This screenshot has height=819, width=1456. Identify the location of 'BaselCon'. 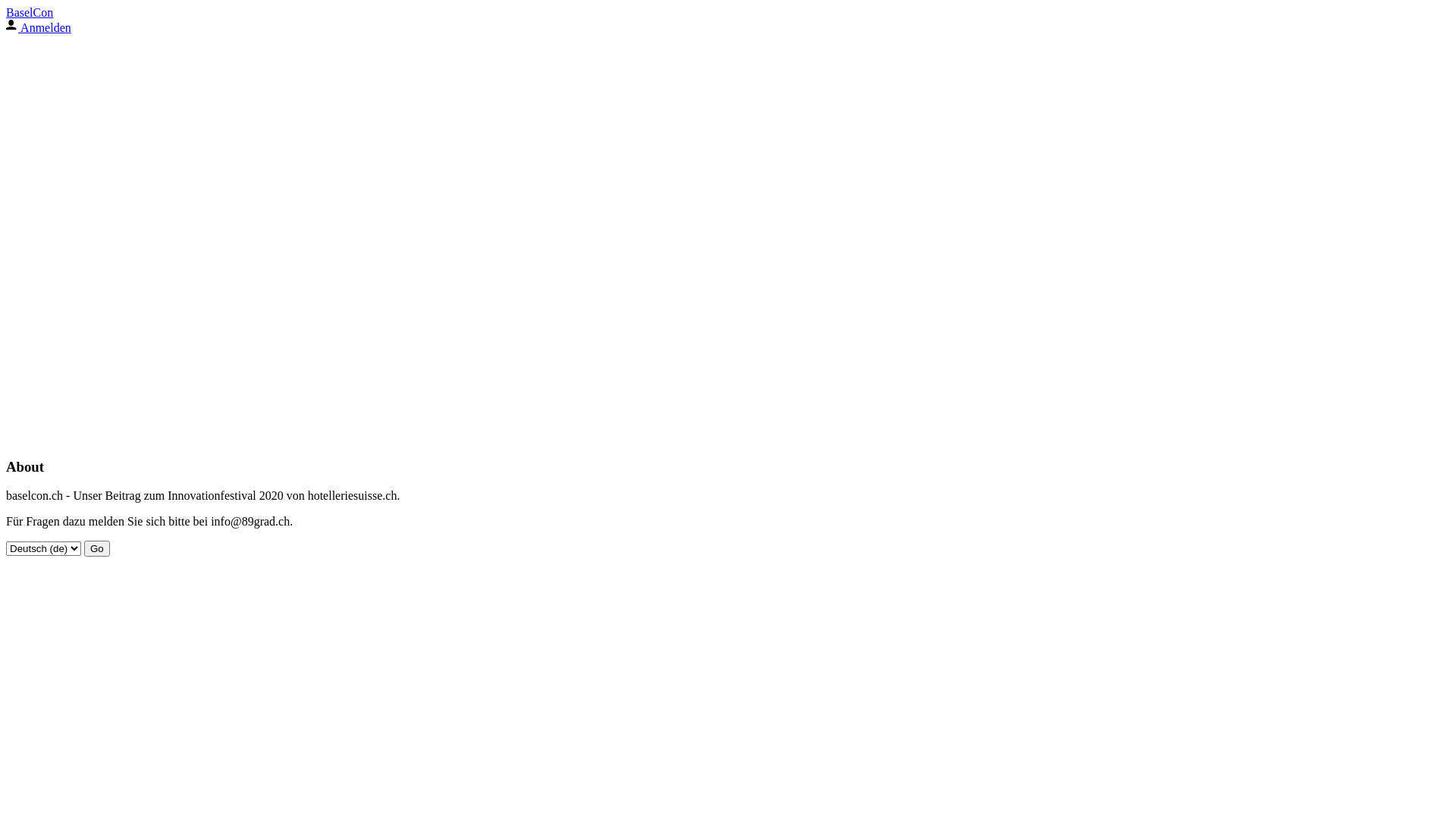
(29, 12).